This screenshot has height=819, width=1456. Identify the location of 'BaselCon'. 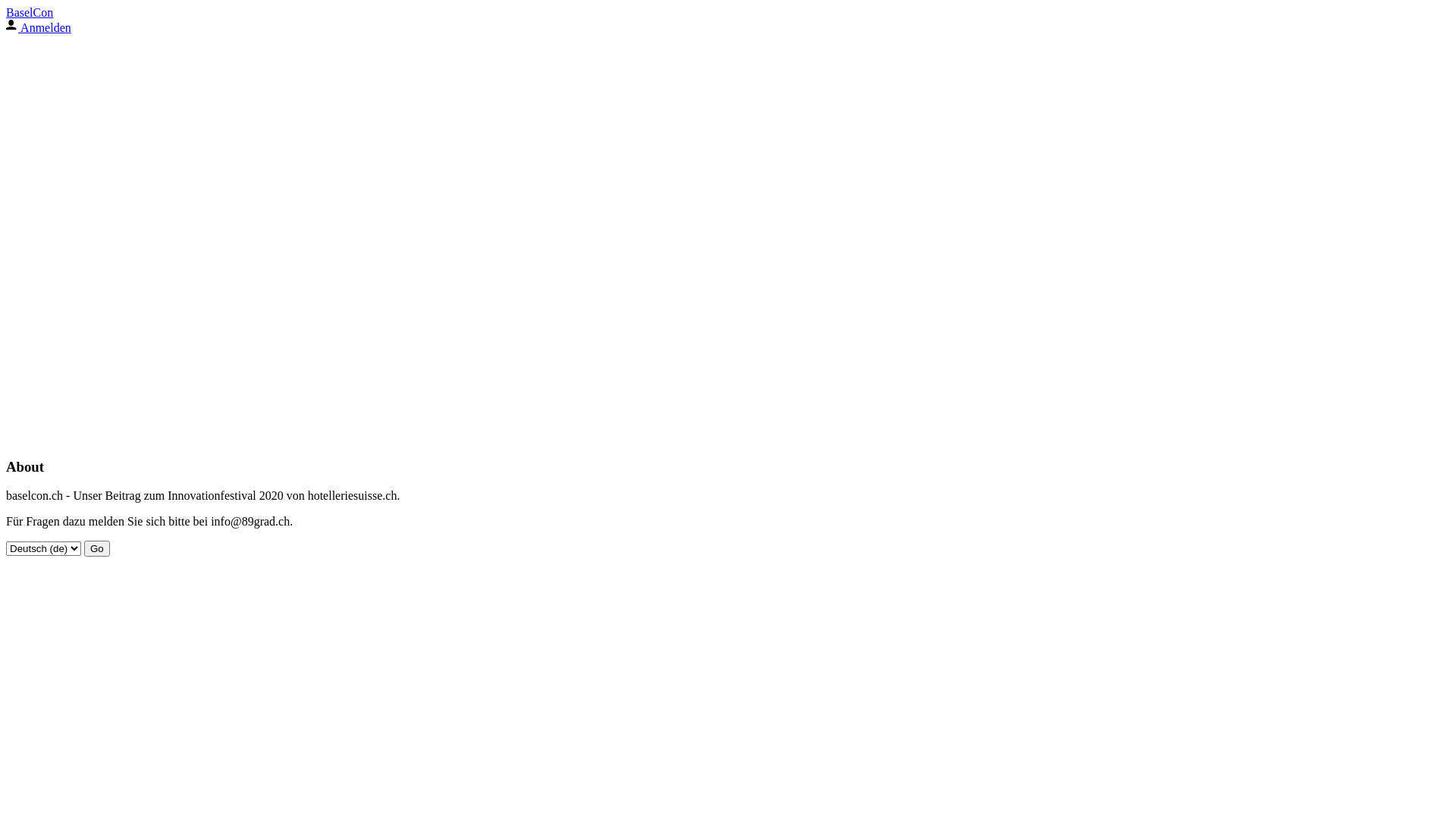
(29, 12).